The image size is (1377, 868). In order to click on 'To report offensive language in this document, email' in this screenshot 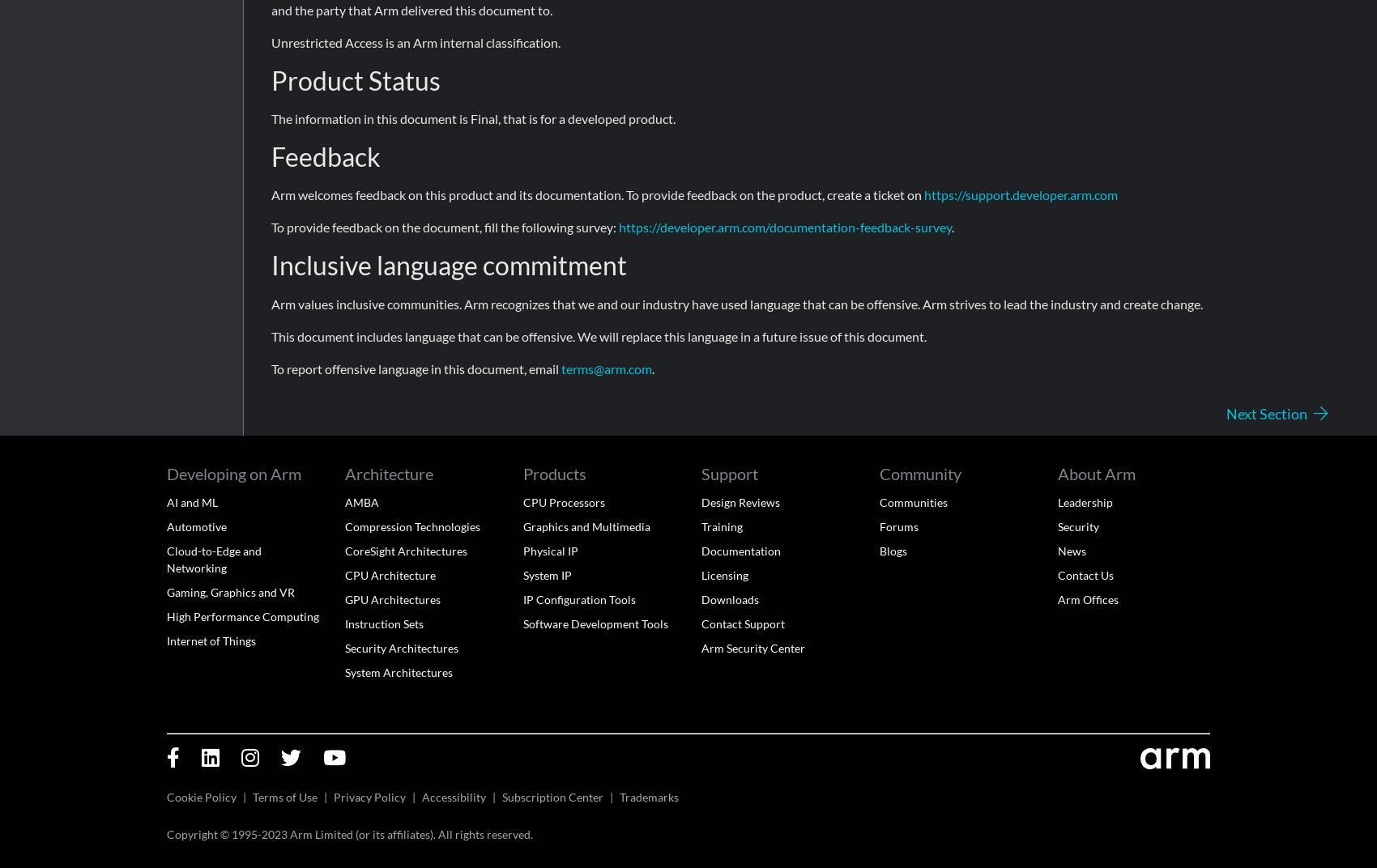, I will do `click(416, 367)`.